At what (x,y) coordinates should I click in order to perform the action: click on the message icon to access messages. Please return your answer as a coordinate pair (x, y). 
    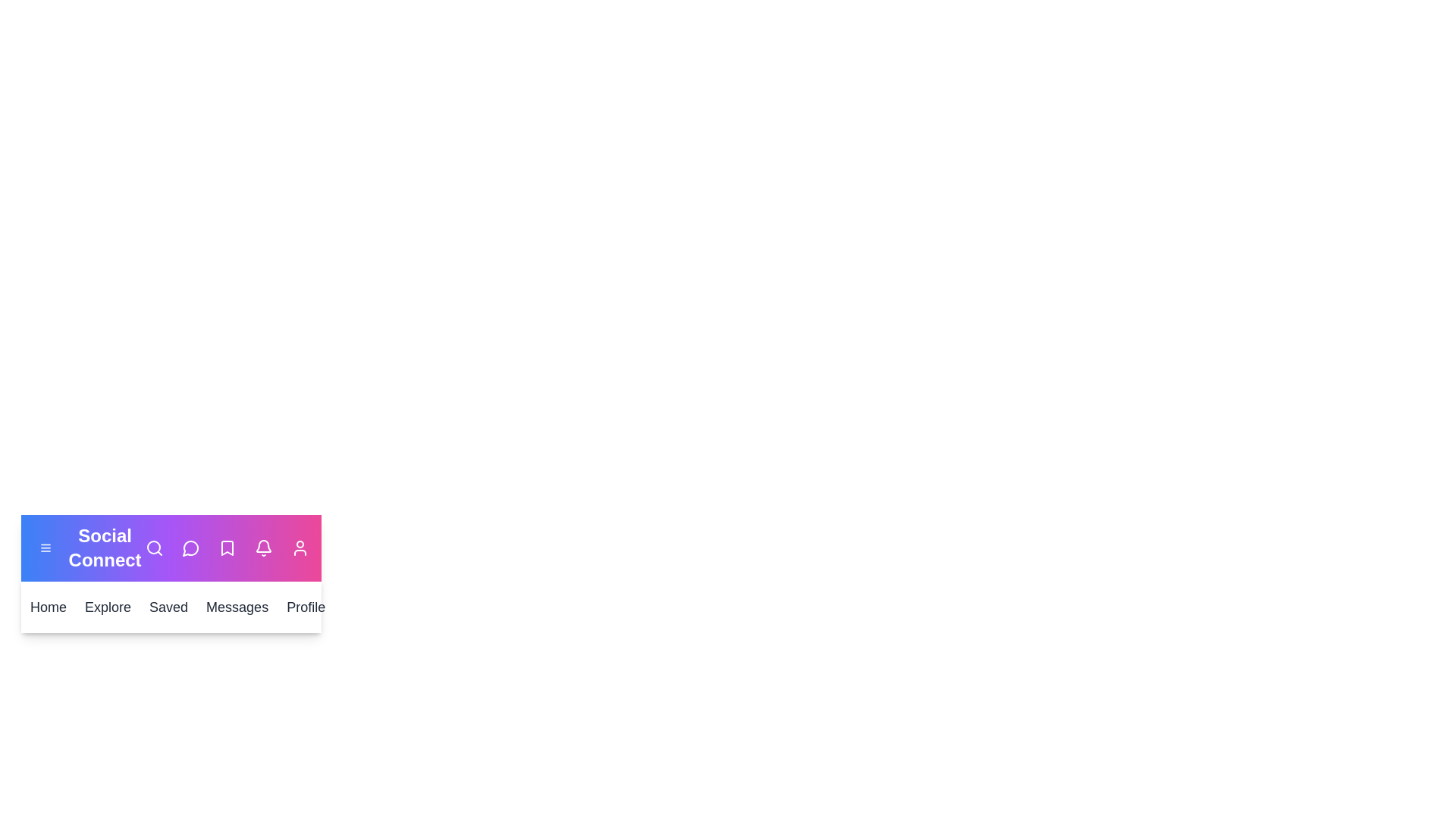
    Looking at the image, I should click on (190, 548).